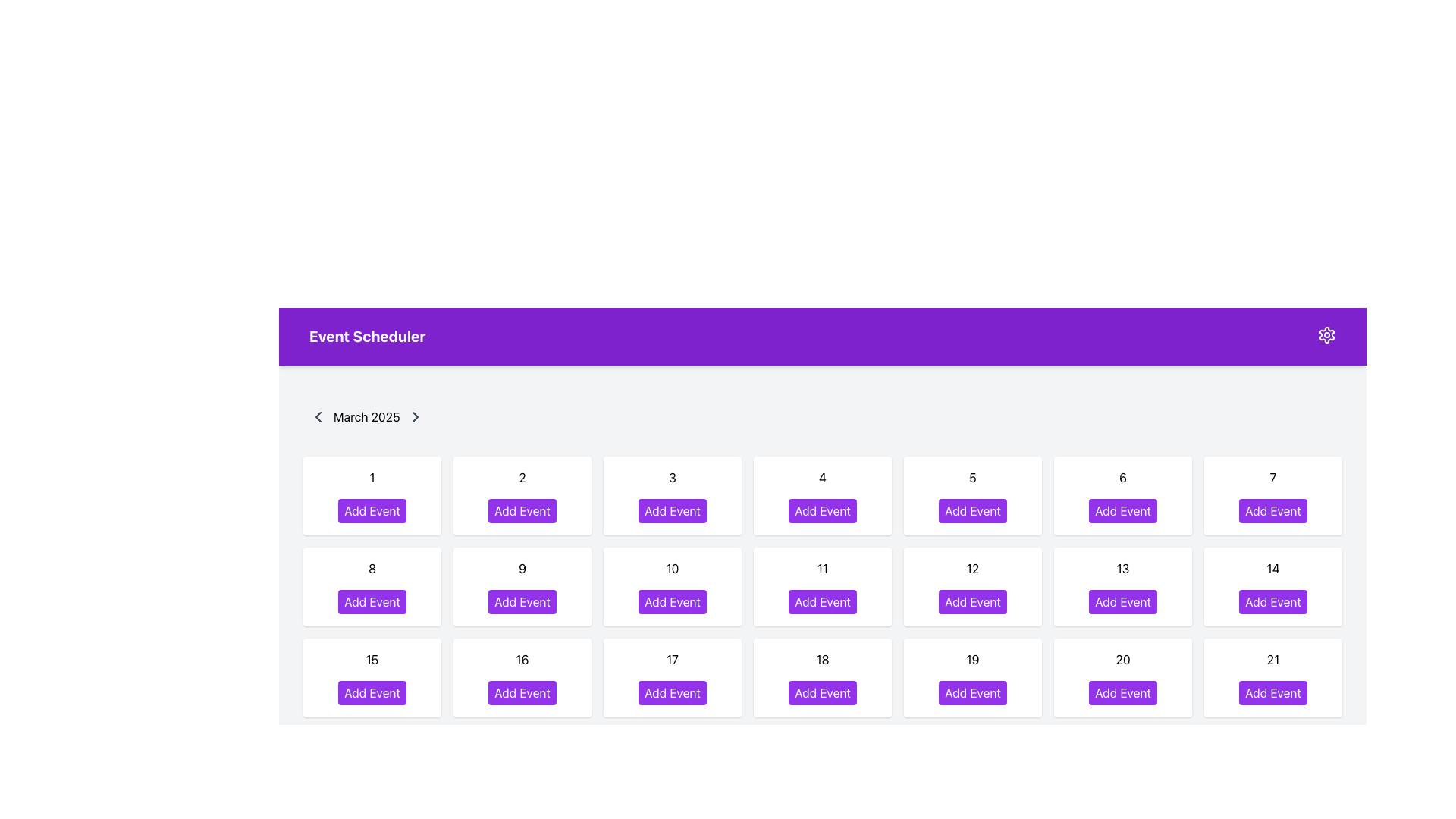 This screenshot has height=819, width=1456. Describe the element at coordinates (672, 601) in the screenshot. I see `the 'Add Event' button, which is a rectangular button with rounded corners, purple background, and white text, to observe any visual effects` at that location.